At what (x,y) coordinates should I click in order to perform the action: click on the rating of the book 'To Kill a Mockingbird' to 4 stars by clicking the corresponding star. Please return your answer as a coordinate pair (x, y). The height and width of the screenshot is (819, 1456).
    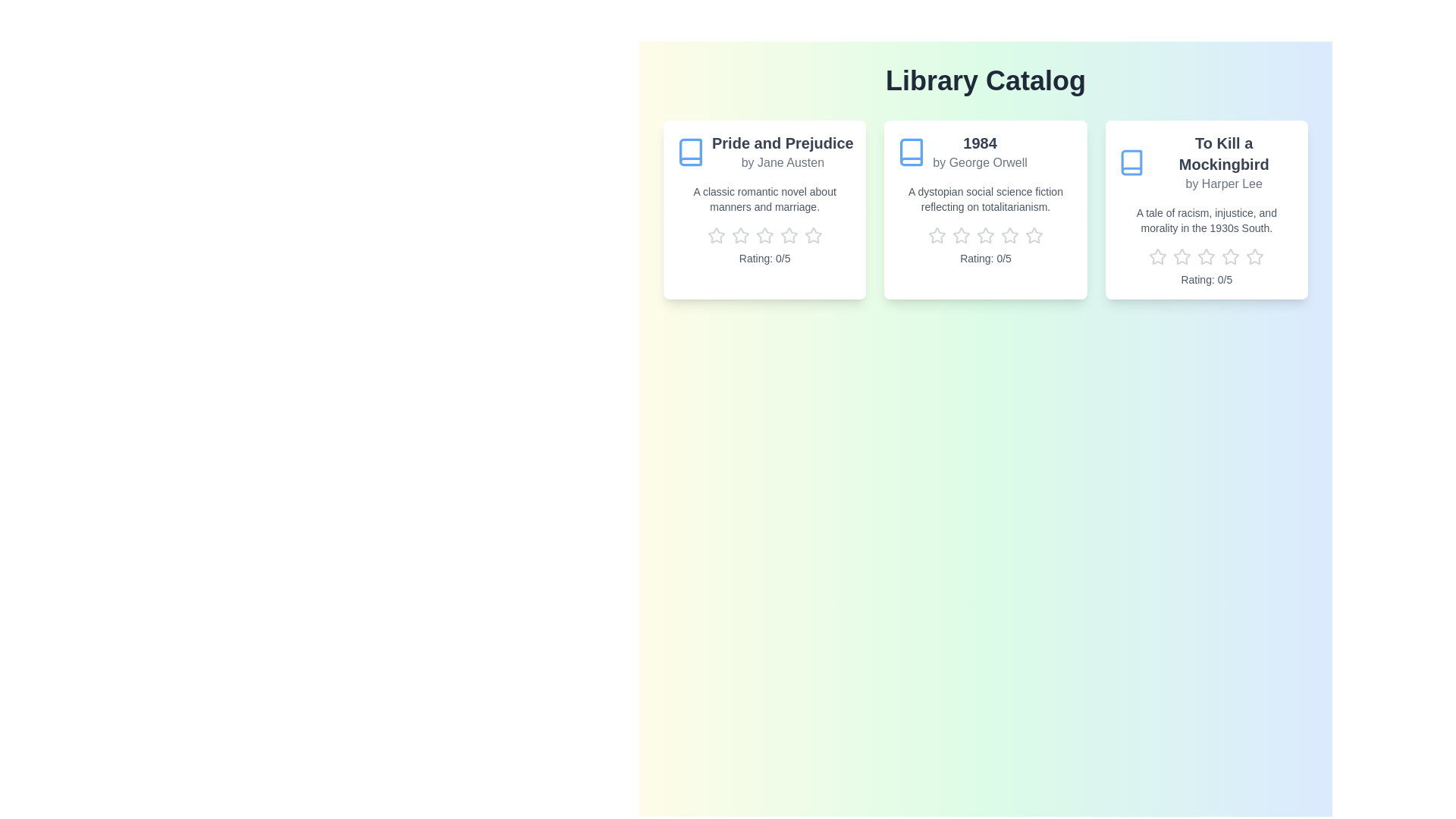
    Looking at the image, I should click on (1231, 256).